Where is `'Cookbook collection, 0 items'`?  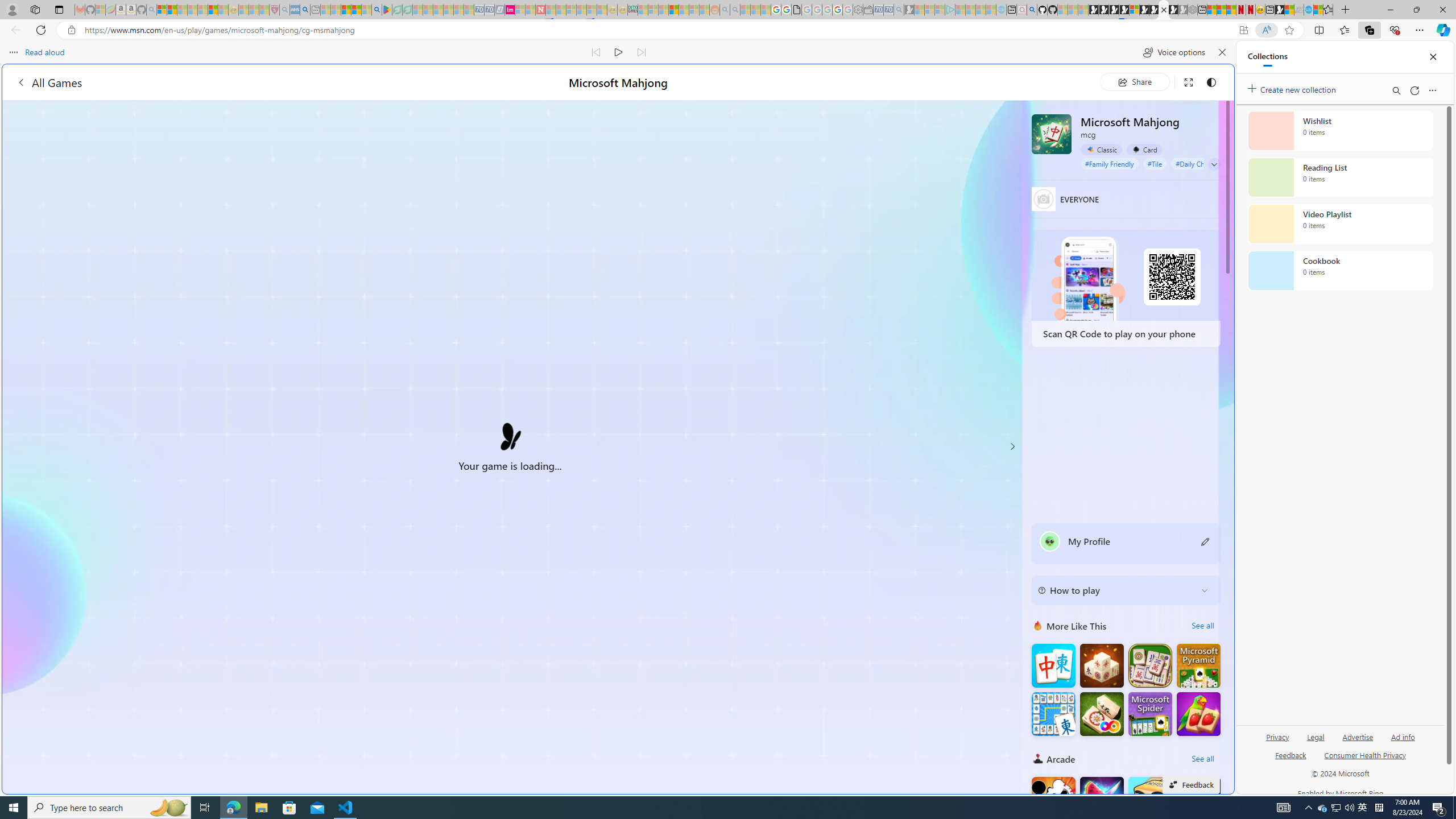
'Cookbook collection, 0 items' is located at coordinates (1340, 270).